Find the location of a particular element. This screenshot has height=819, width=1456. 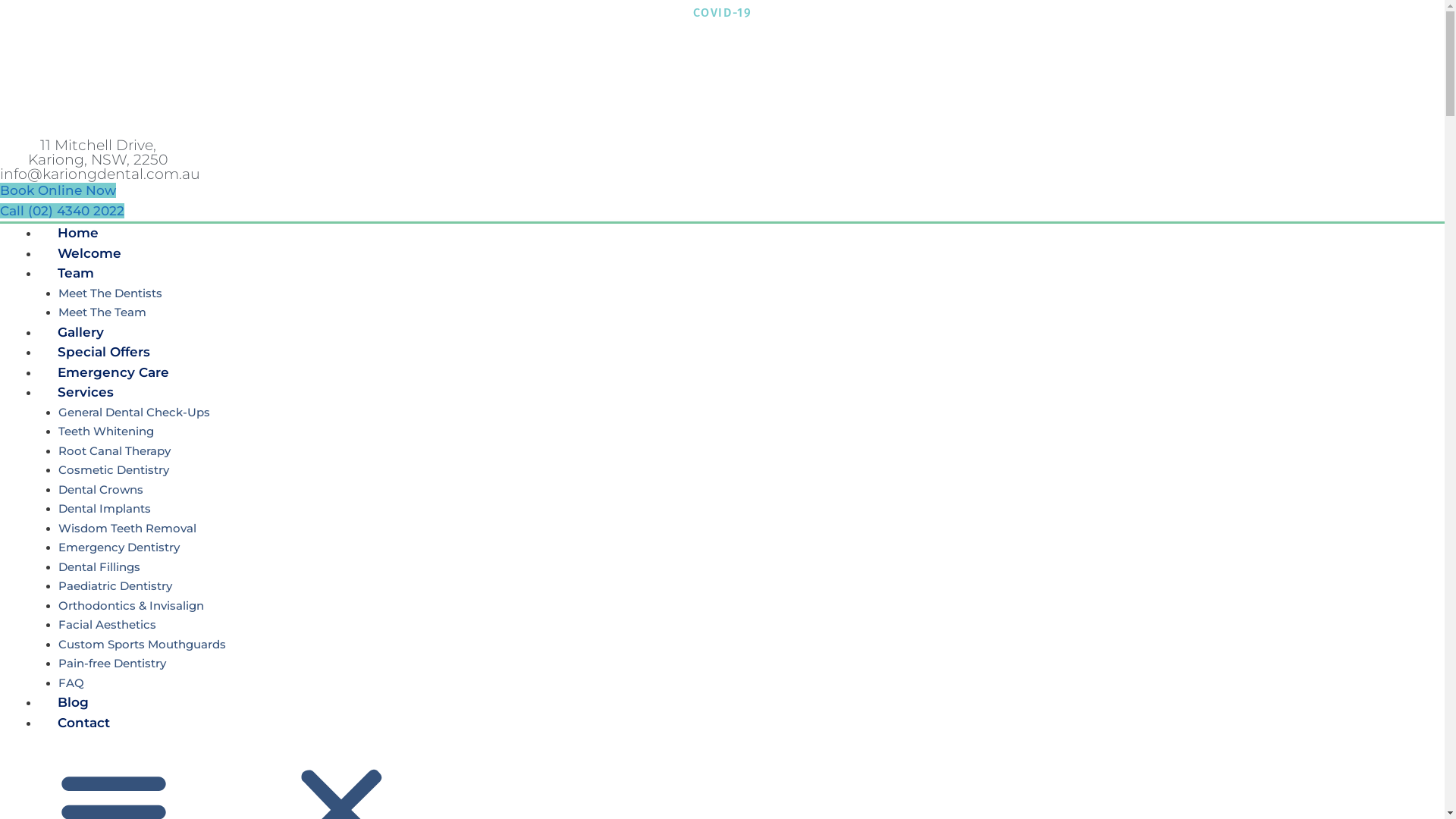

'info@kariongdental.com.au' is located at coordinates (99, 173).